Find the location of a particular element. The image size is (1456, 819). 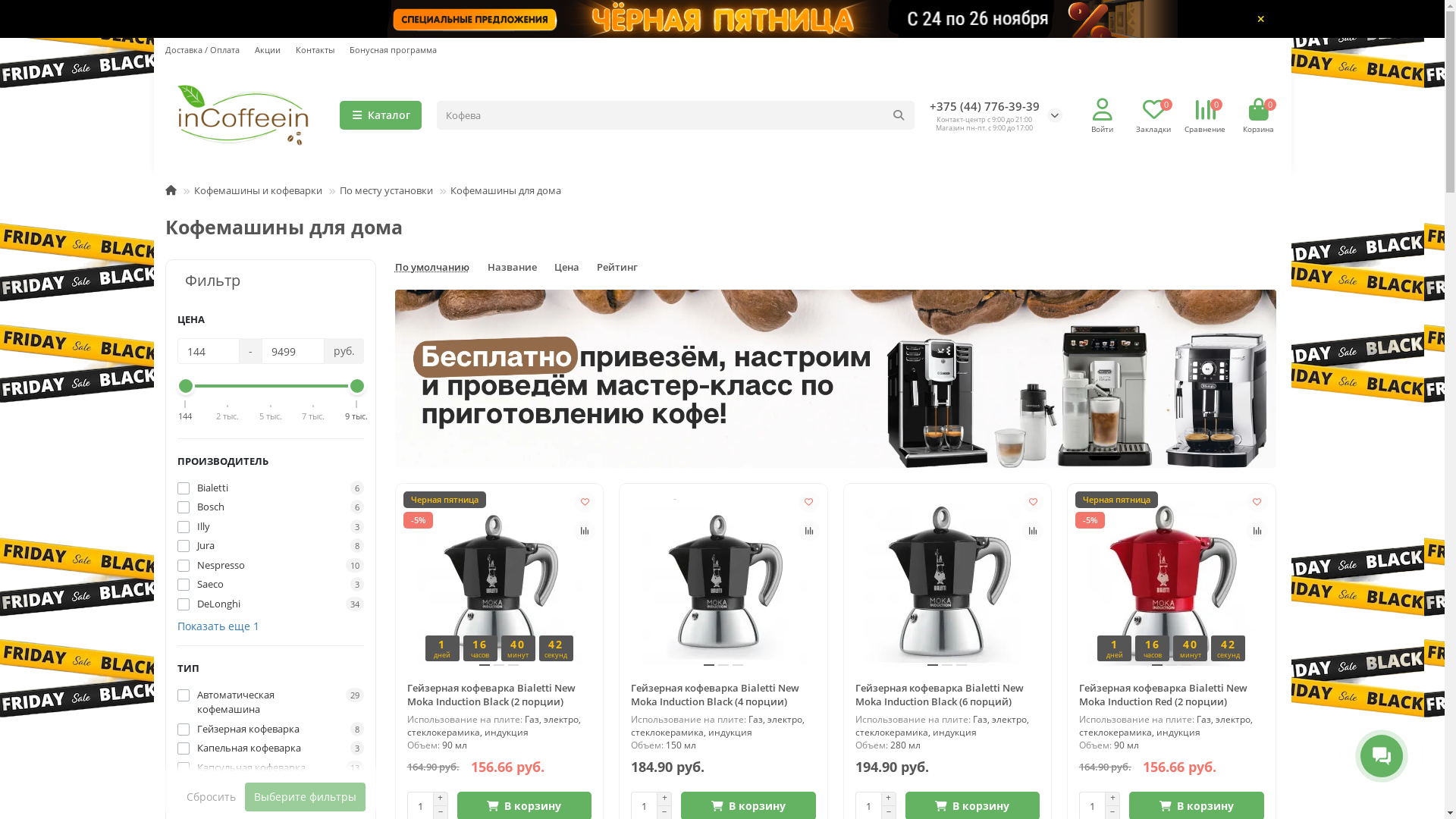

'+375 (44) 776-39-39' is located at coordinates (984, 105).